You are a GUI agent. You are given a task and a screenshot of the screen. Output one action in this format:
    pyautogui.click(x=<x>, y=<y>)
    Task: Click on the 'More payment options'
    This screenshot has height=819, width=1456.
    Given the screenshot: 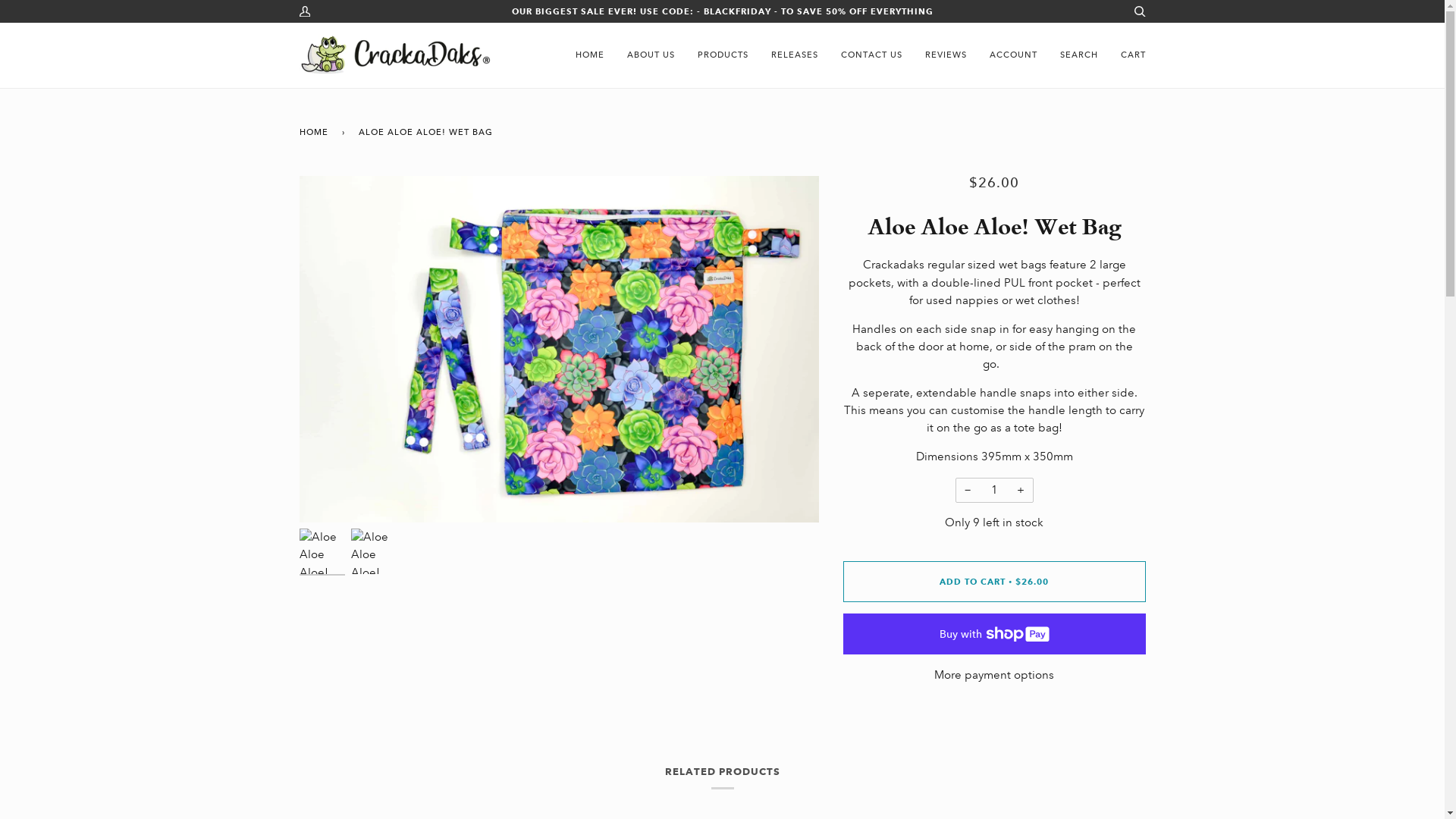 What is the action you would take?
    pyautogui.click(x=994, y=674)
    